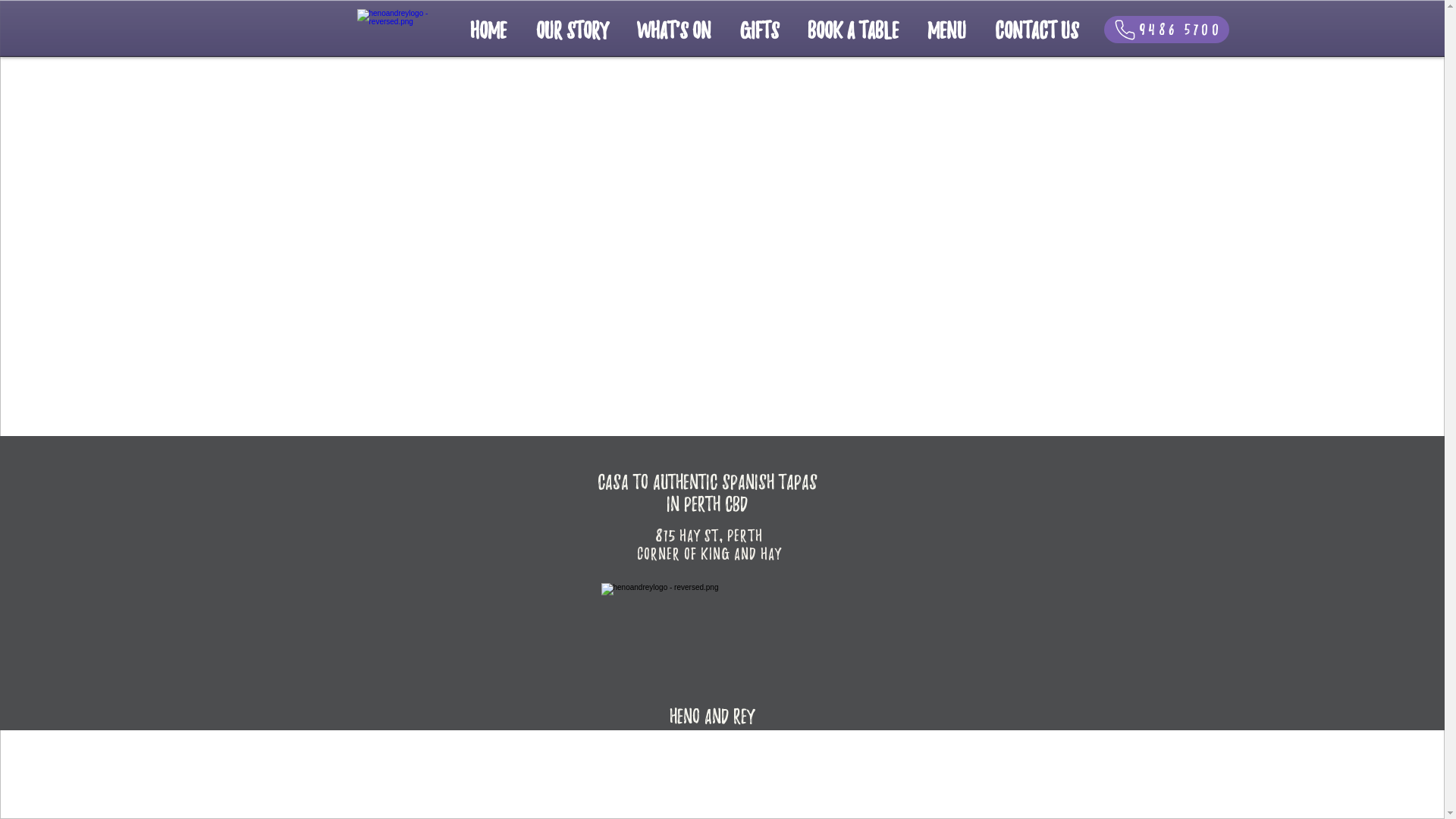  Describe the element at coordinates (946, 29) in the screenshot. I see `'MENU'` at that location.